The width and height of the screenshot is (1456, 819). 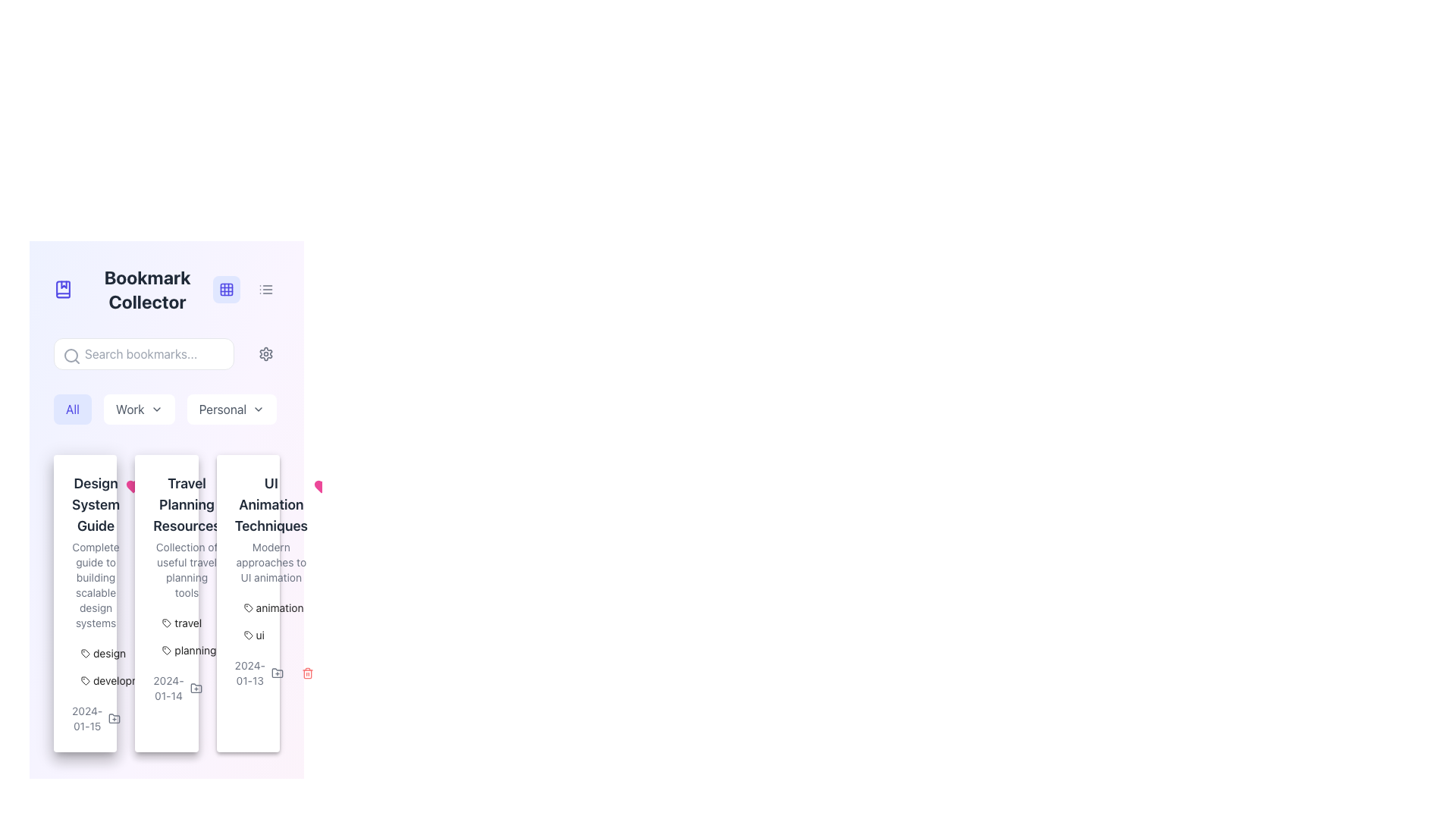 I want to click on the folder icon with a plus symbol located at the bottom-right of the 'UI Animation Techniques' content card, so click(x=277, y=672).